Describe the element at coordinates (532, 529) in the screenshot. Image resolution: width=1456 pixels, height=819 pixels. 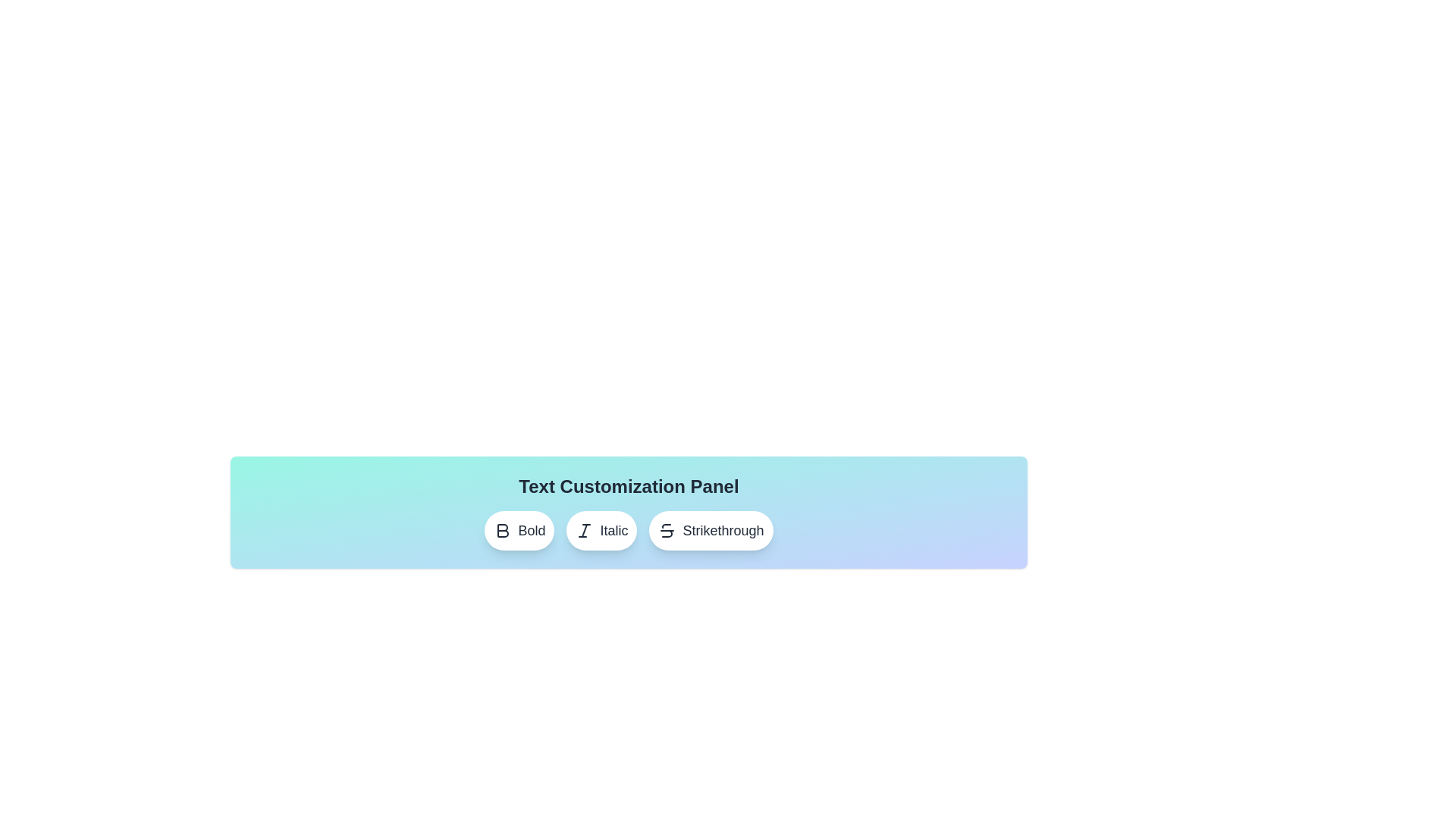
I see `the 'Bold' text label which is centrally positioned within its associated button in the text style control row` at that location.